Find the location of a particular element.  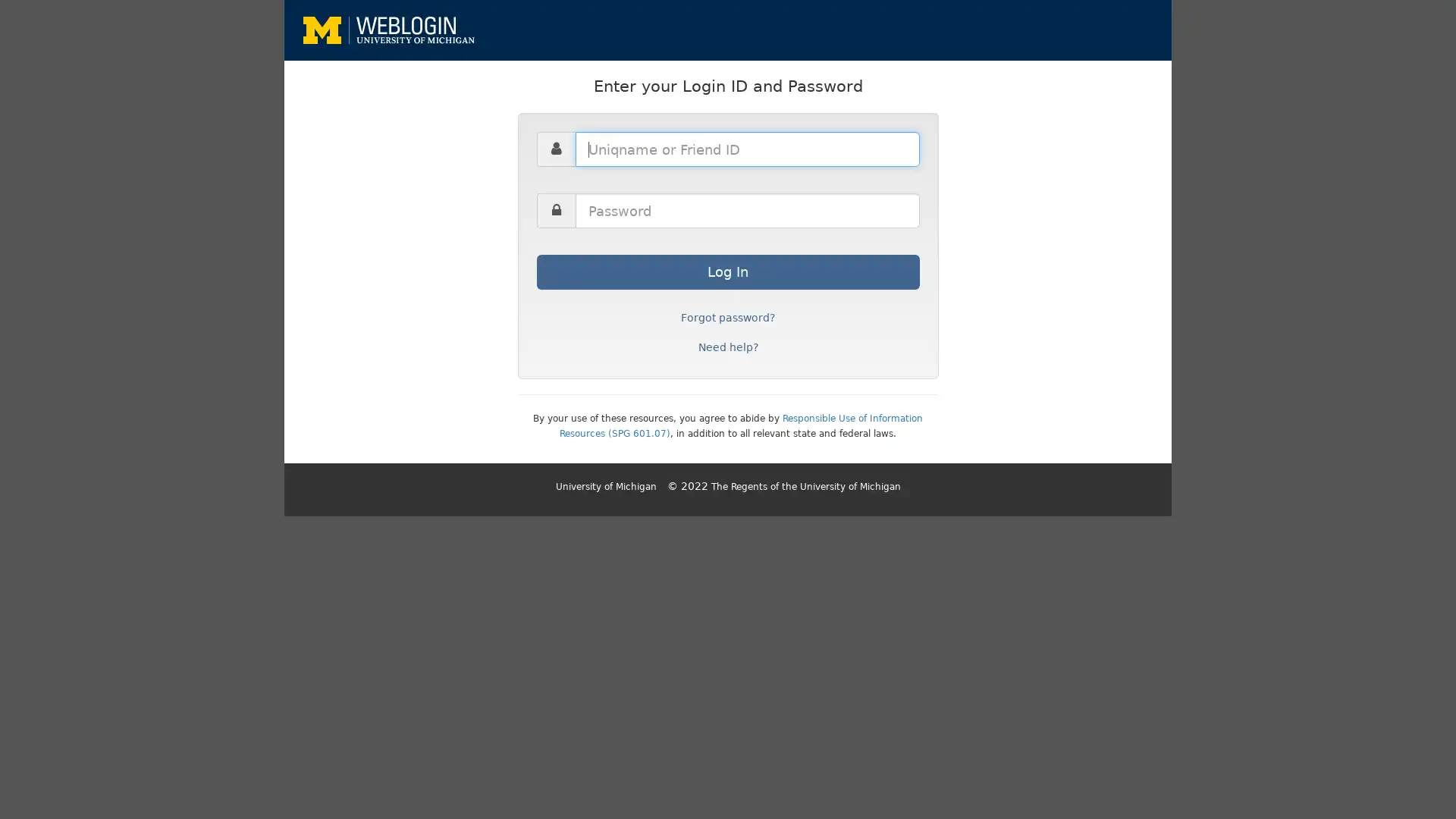

Forgot password? is located at coordinates (726, 317).